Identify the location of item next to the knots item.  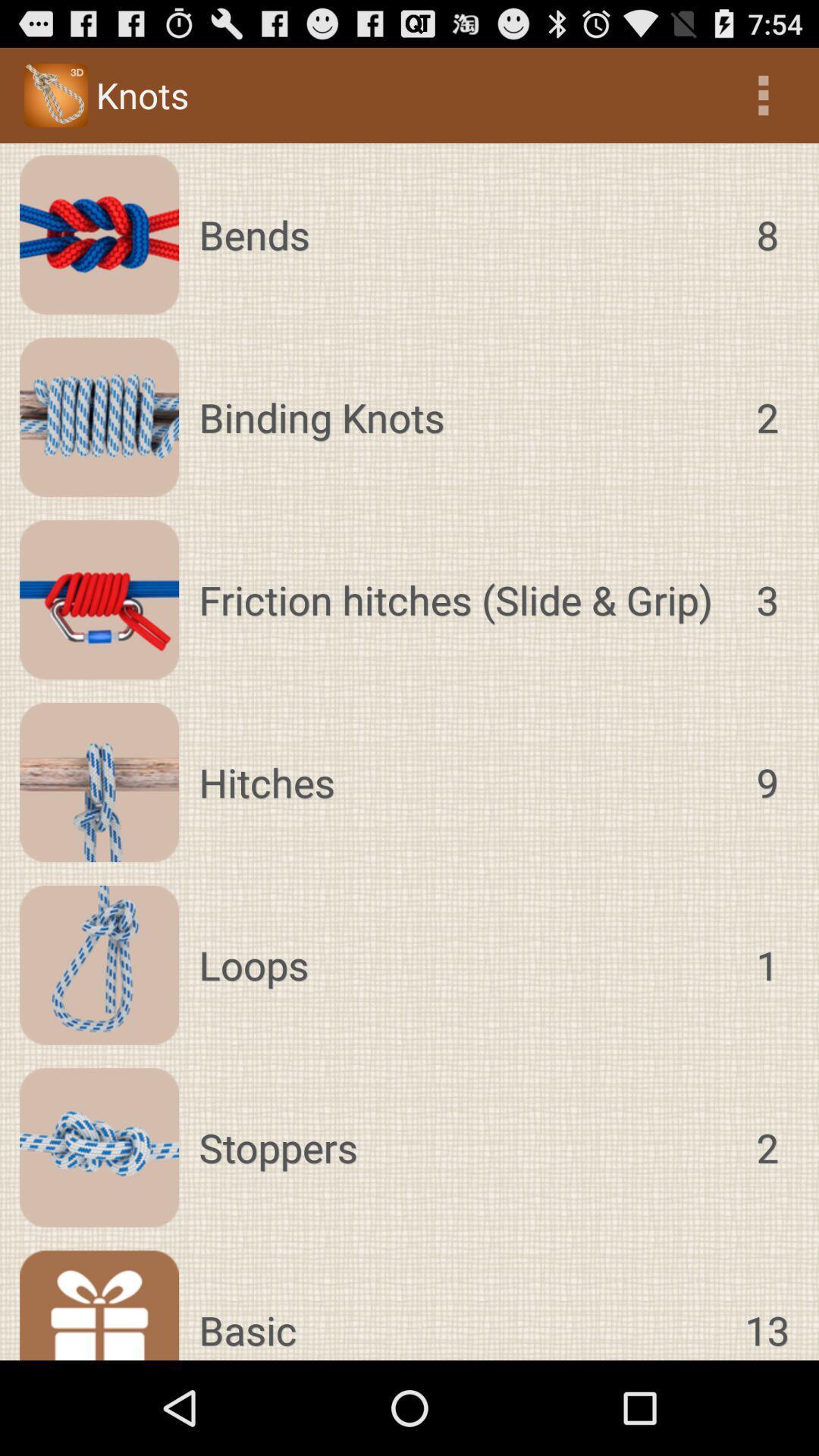
(763, 94).